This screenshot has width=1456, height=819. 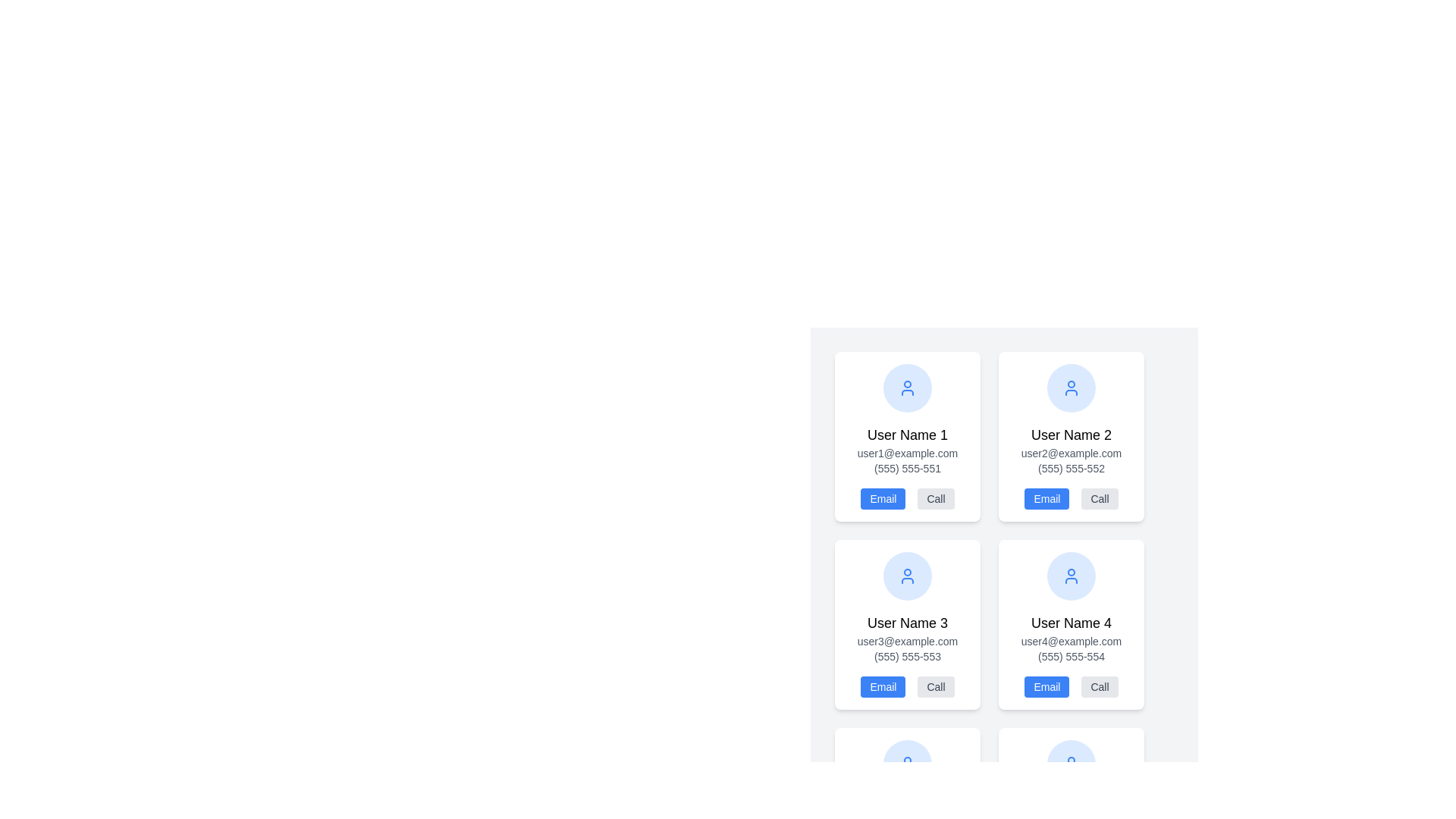 I want to click on the user profile icon located at the top center of the user card for 'User Name 1', which is positioned above the email and phone number fields, so click(x=907, y=388).